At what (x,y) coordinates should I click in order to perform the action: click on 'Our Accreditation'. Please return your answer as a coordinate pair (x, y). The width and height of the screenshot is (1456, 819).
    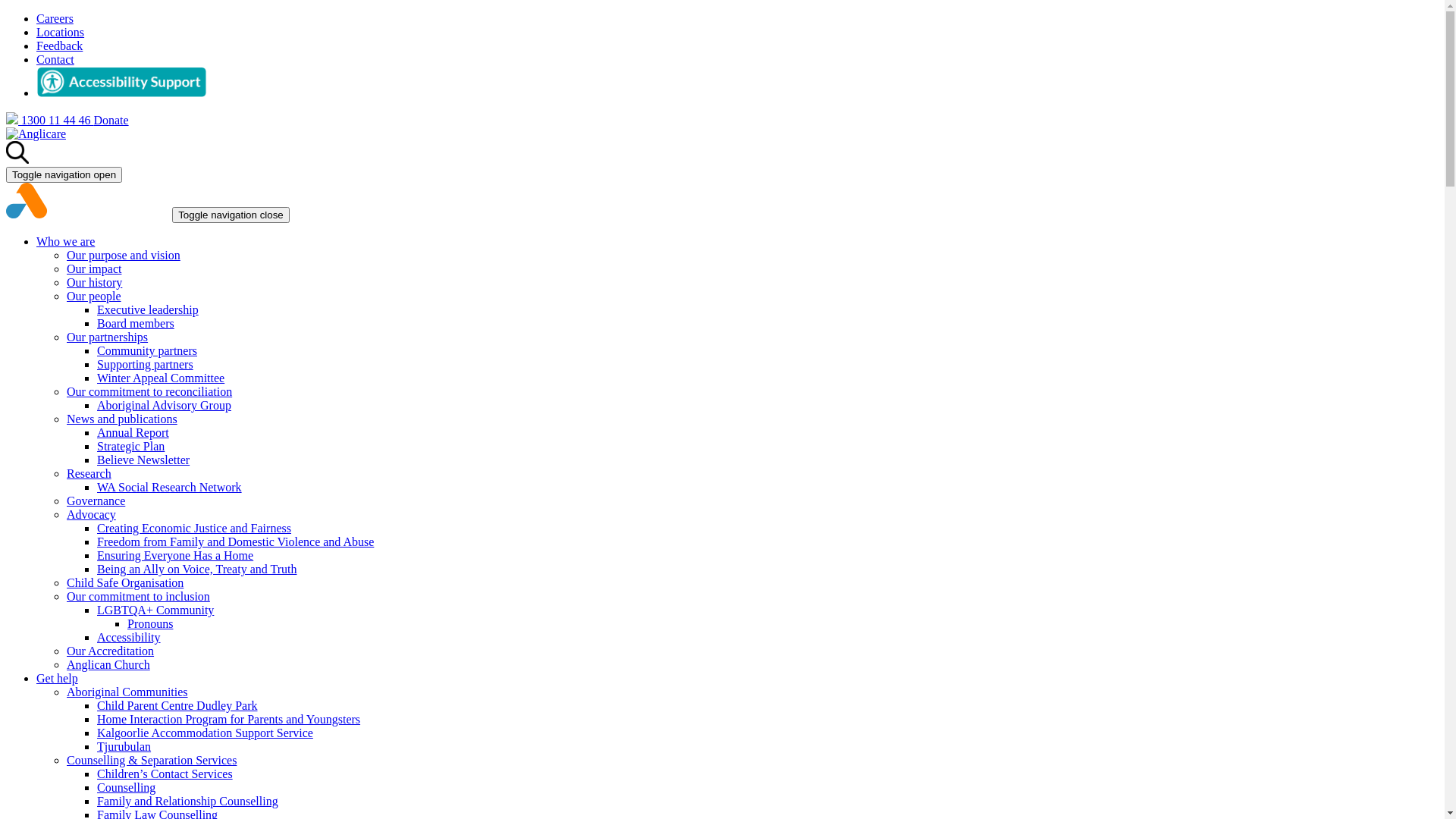
    Looking at the image, I should click on (109, 650).